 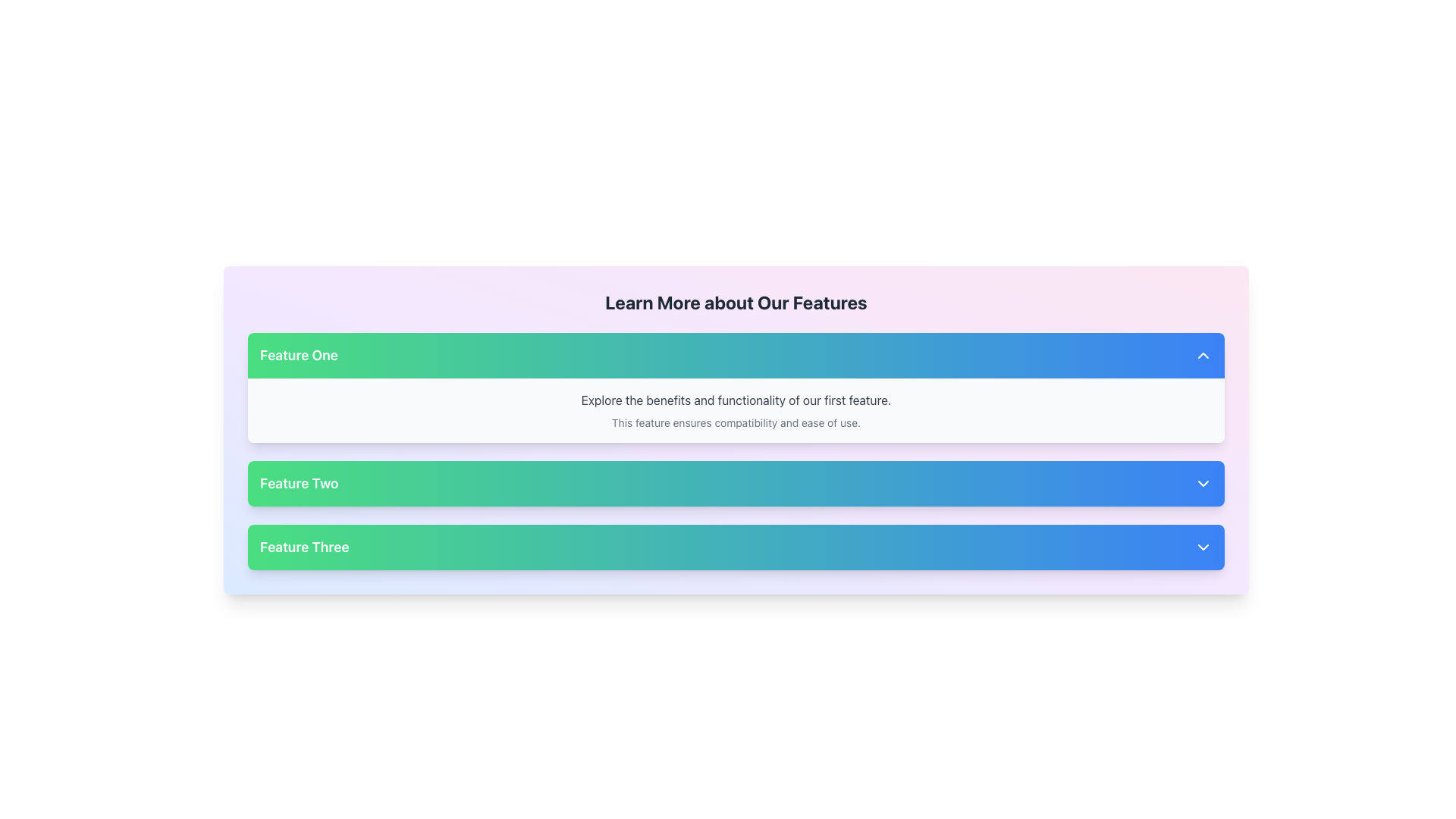 What do you see at coordinates (1203, 356) in the screenshot?
I see `the toggle icon for expanding or collapsing the 'Feature One' section, which is located at the far right side of the section header` at bounding box center [1203, 356].